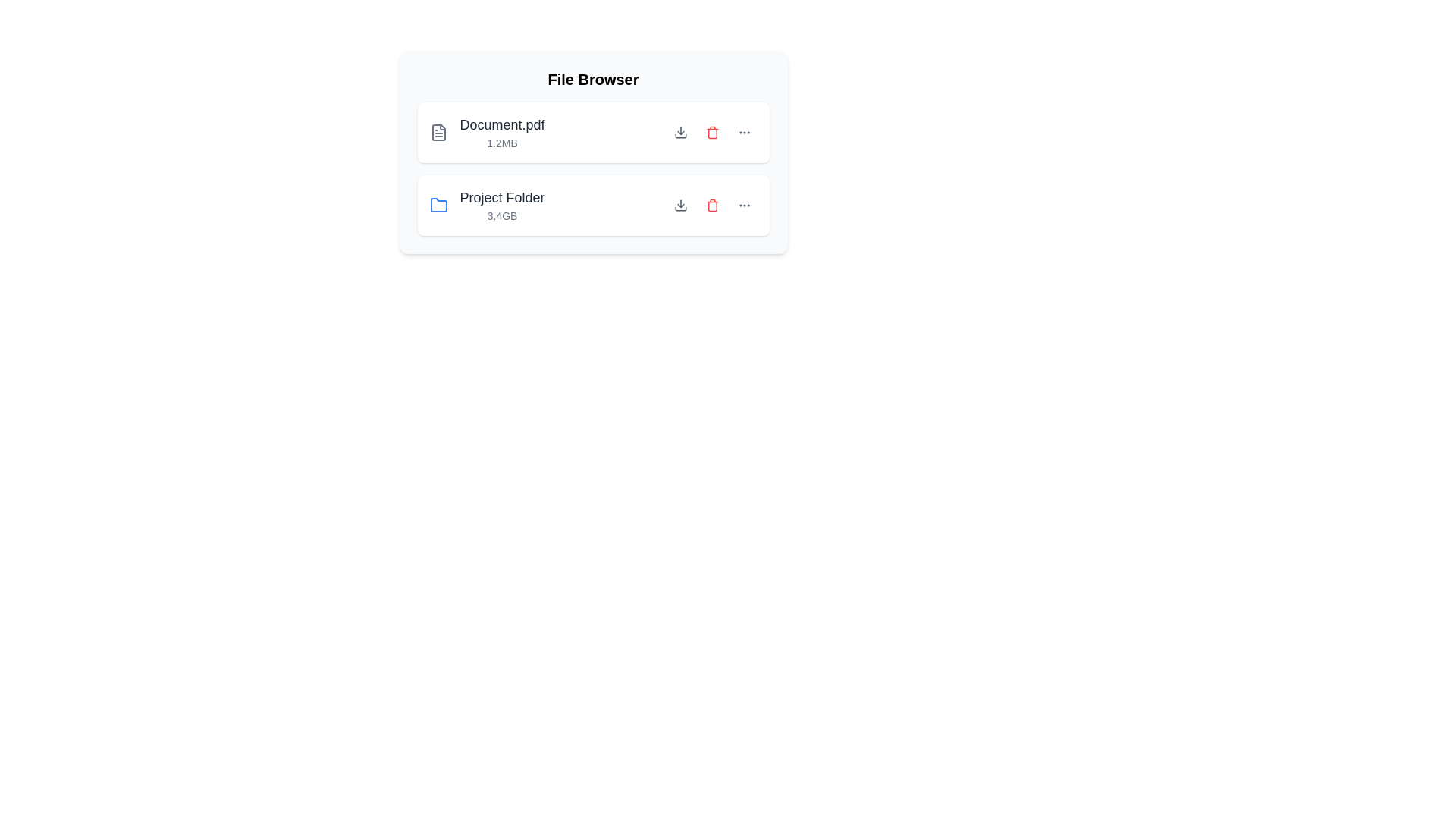  Describe the element at coordinates (679, 205) in the screenshot. I see `the download button for Project Folder` at that location.